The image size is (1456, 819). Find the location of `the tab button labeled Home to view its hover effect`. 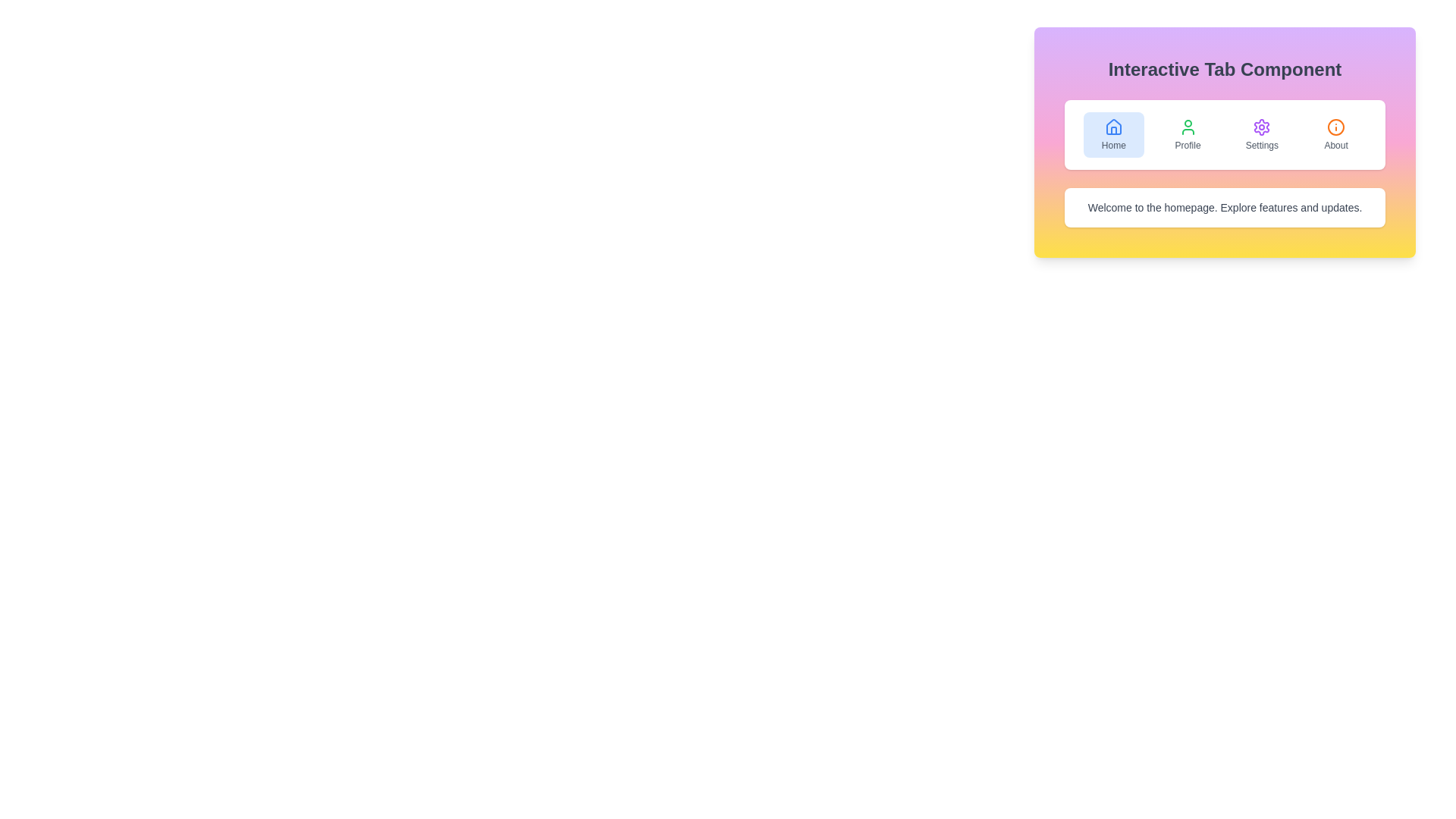

the tab button labeled Home to view its hover effect is located at coordinates (1113, 133).